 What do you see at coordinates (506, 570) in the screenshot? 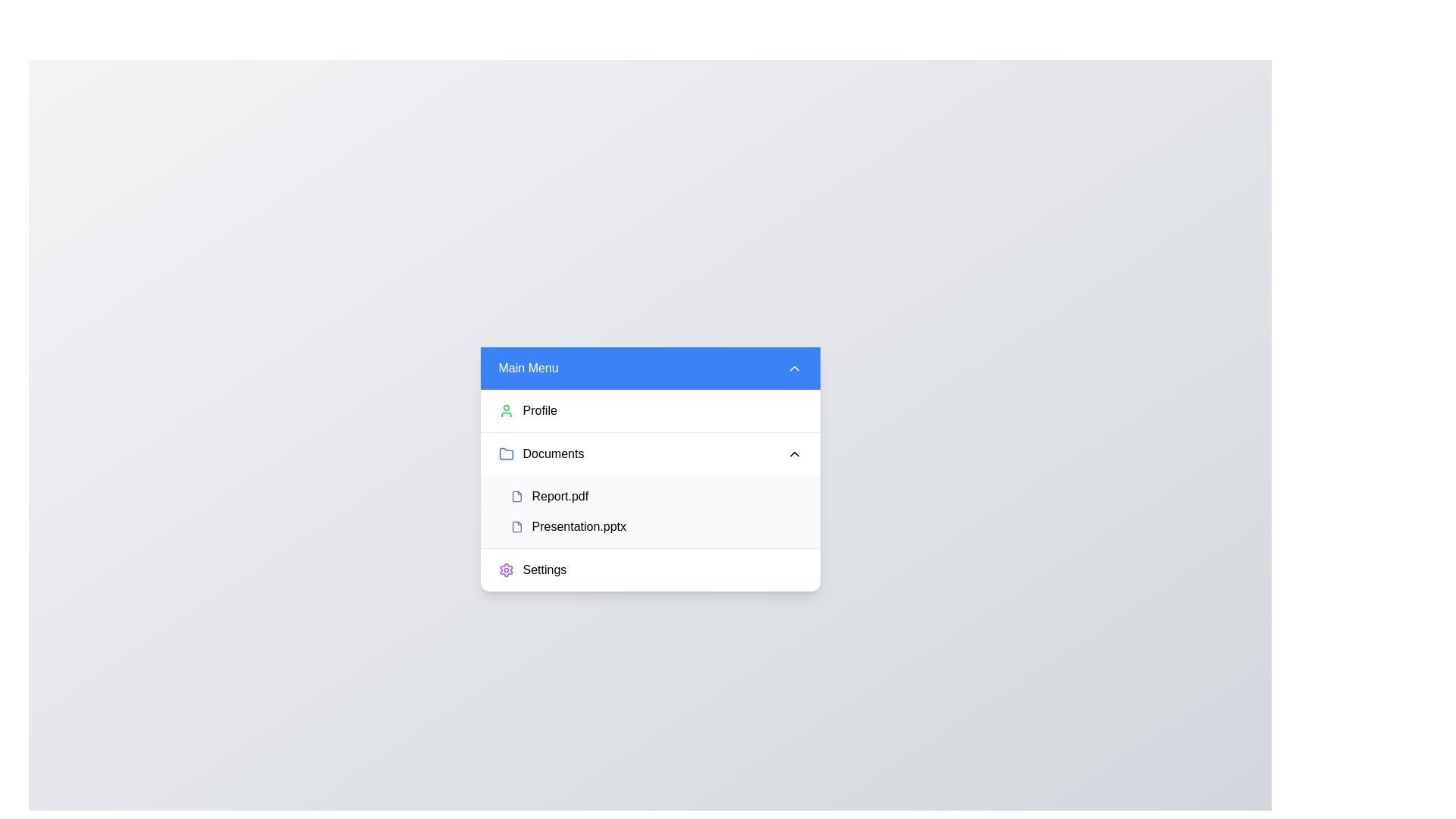
I see `the purple gear icon representing 'Settings' located to the left of the 'Settings' text label in the menu` at bounding box center [506, 570].